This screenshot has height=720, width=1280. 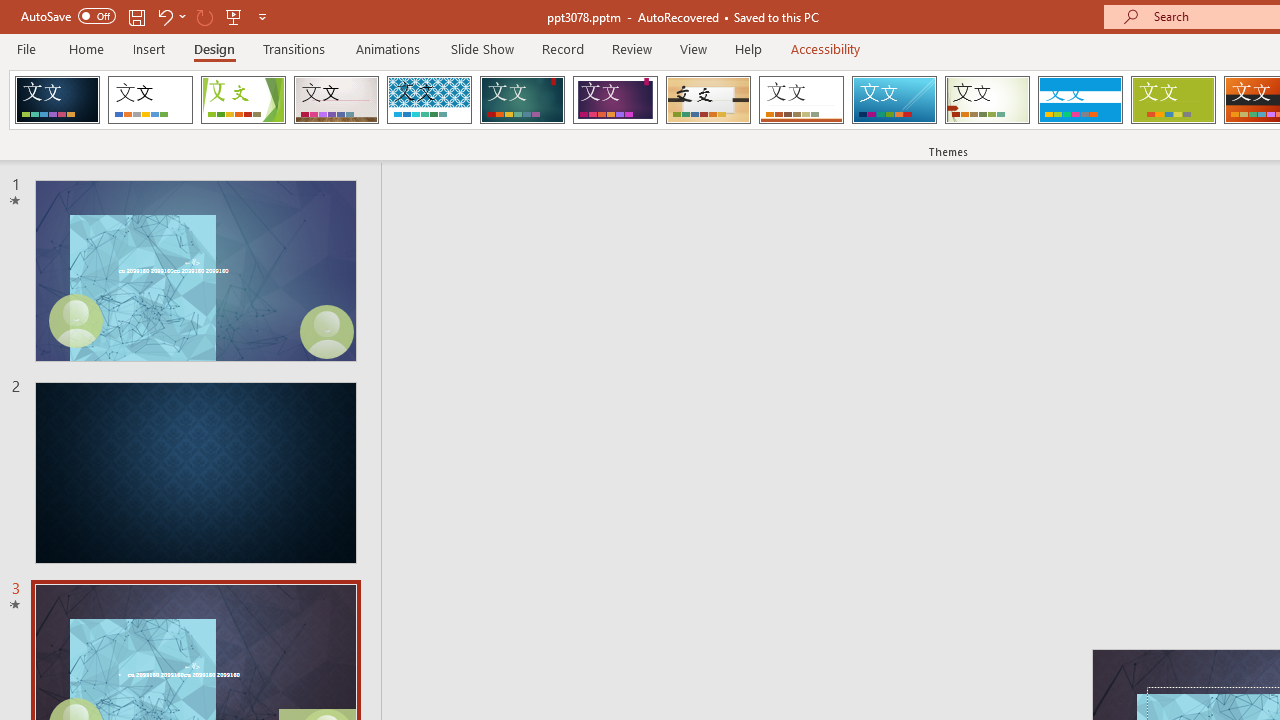 What do you see at coordinates (57, 100) in the screenshot?
I see `'Dividend'` at bounding box center [57, 100].